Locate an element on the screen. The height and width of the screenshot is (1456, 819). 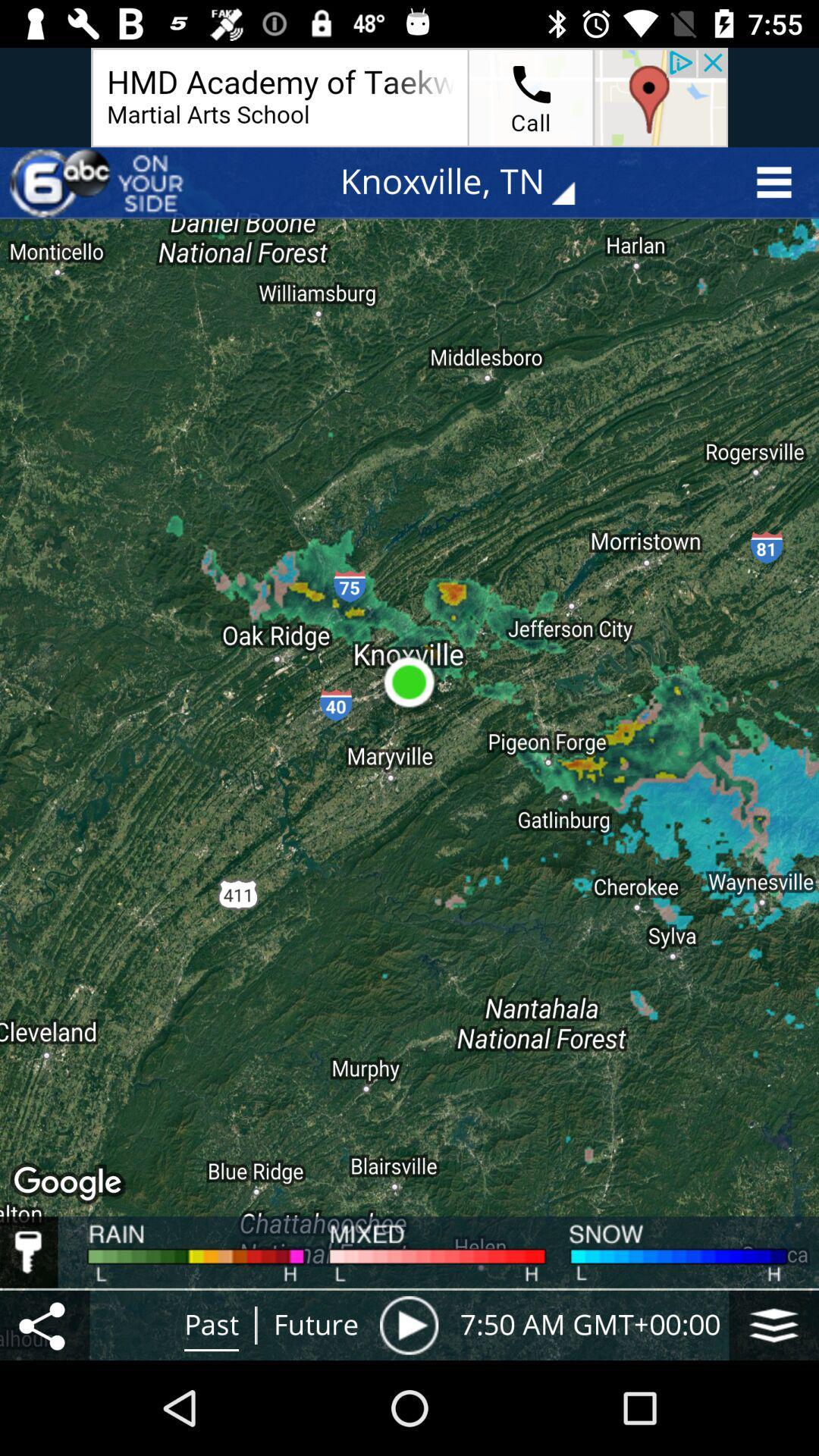
the knoxville, tn item is located at coordinates (467, 182).